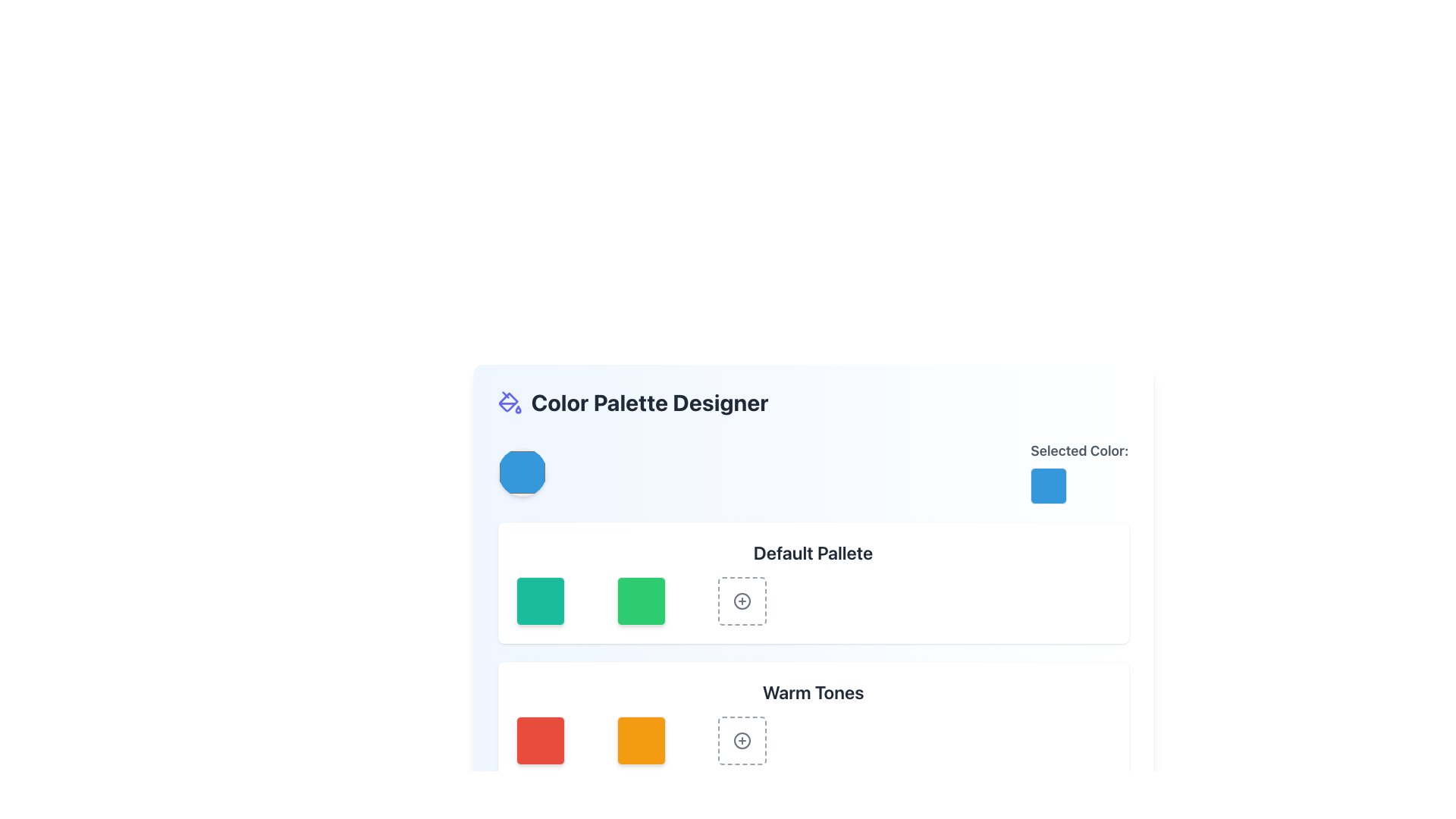  Describe the element at coordinates (641, 601) in the screenshot. I see `the green square color selector item from the 'Default Palette' section` at that location.